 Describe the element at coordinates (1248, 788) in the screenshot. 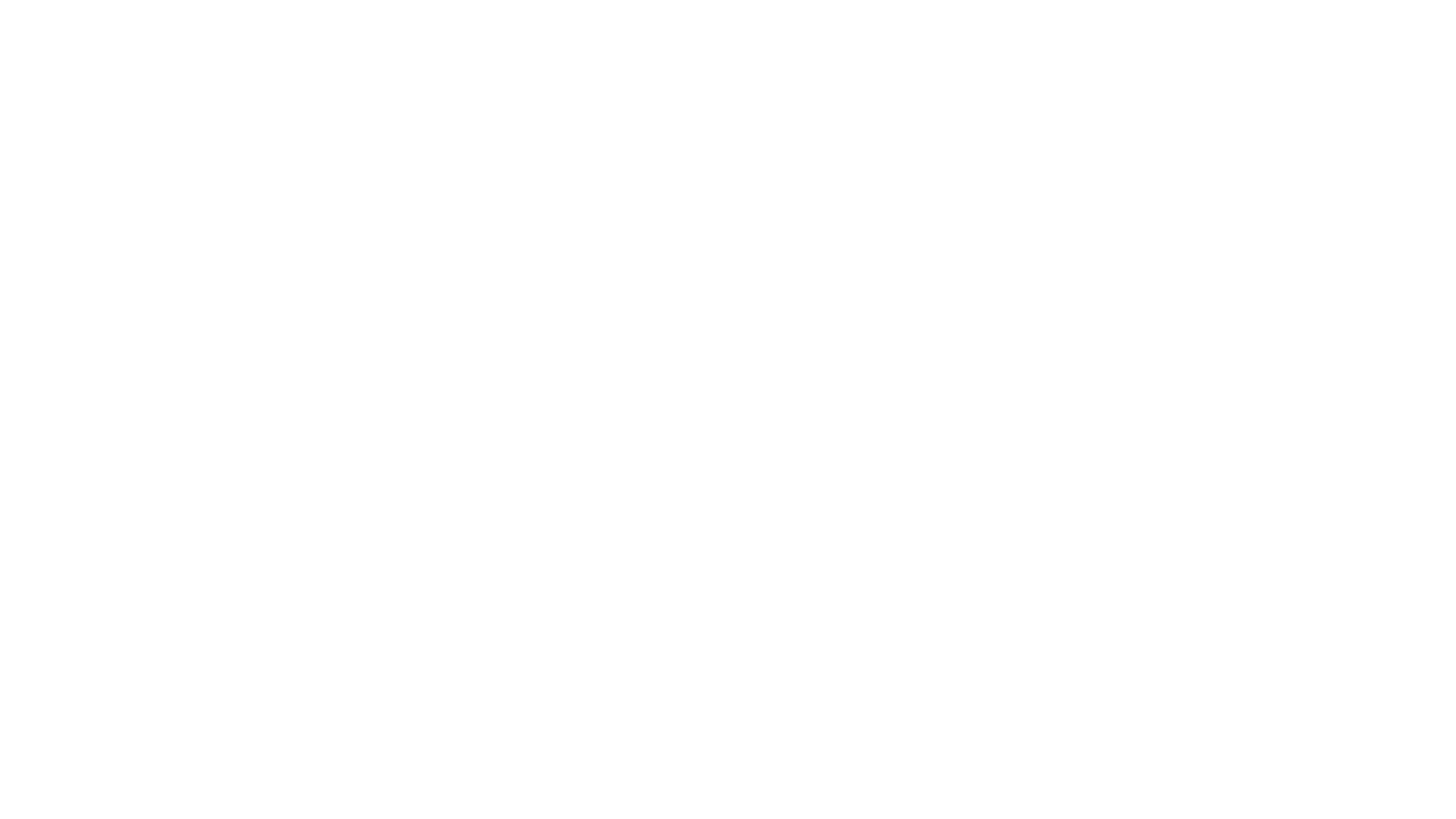

I see `Repeat all tracks in list` at that location.